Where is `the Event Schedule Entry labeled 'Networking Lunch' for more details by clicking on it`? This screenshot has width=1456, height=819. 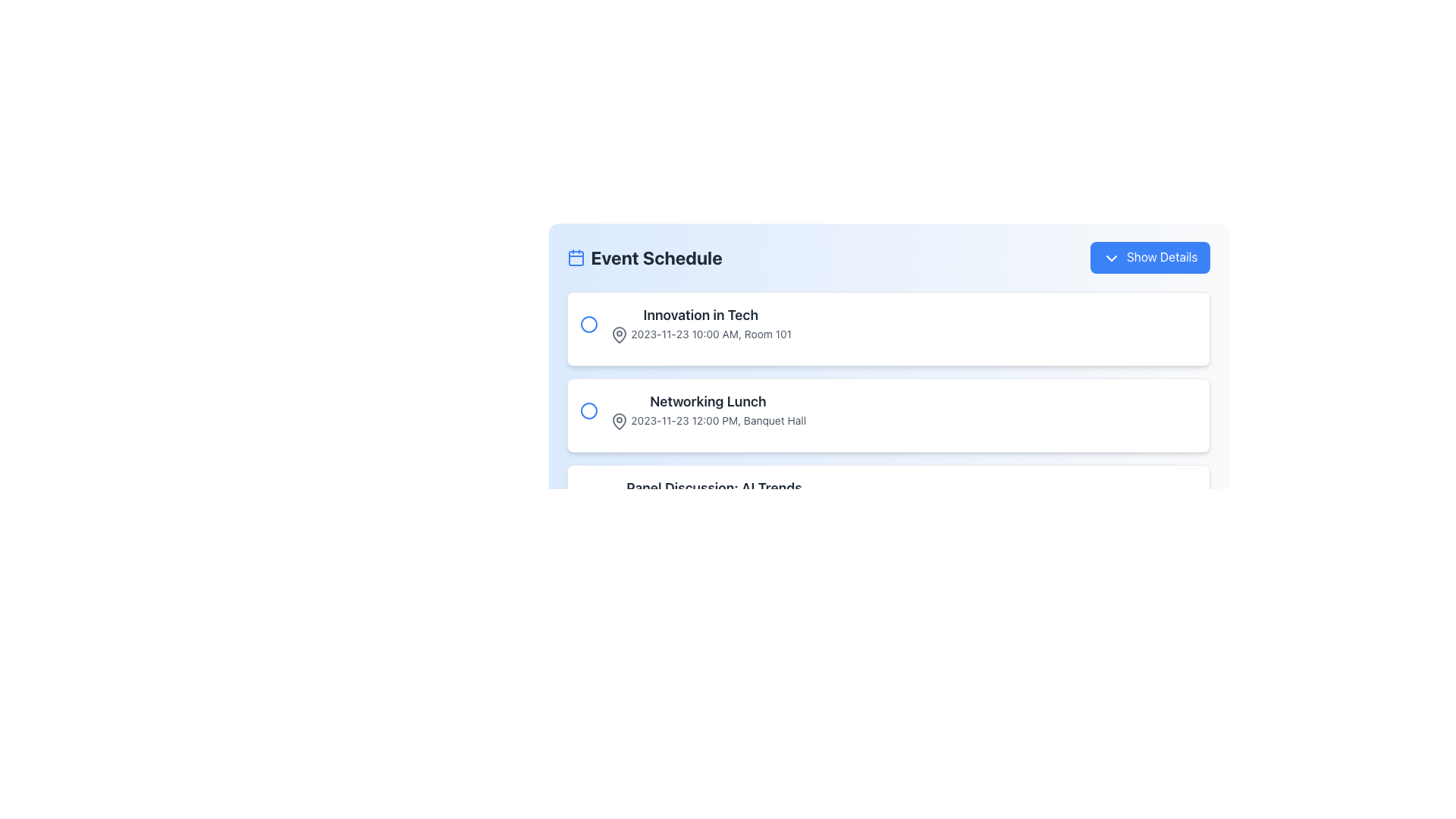 the Event Schedule Entry labeled 'Networking Lunch' for more details by clicking on it is located at coordinates (888, 389).